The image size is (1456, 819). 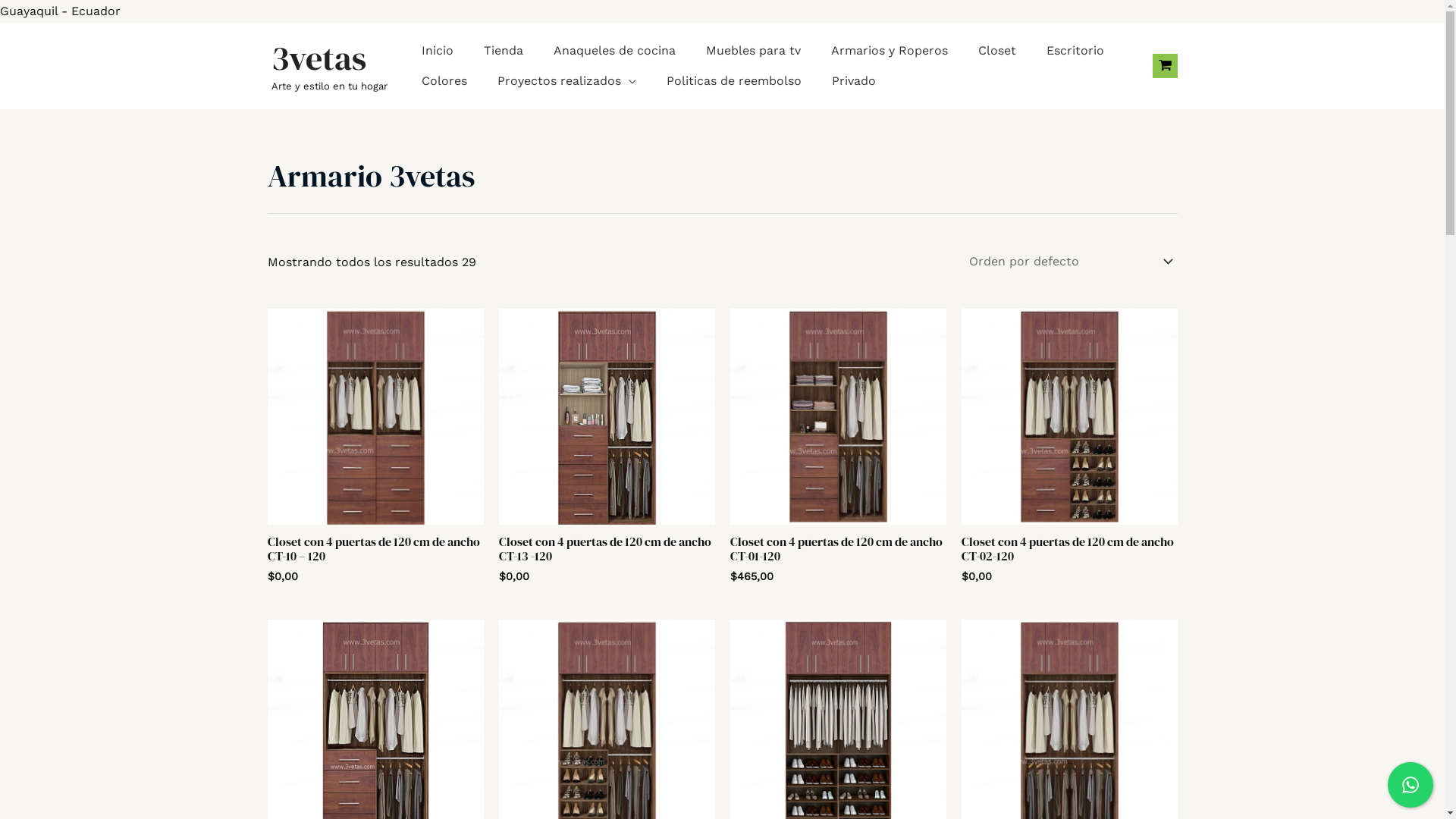 I want to click on 'Closet', so click(x=997, y=49).